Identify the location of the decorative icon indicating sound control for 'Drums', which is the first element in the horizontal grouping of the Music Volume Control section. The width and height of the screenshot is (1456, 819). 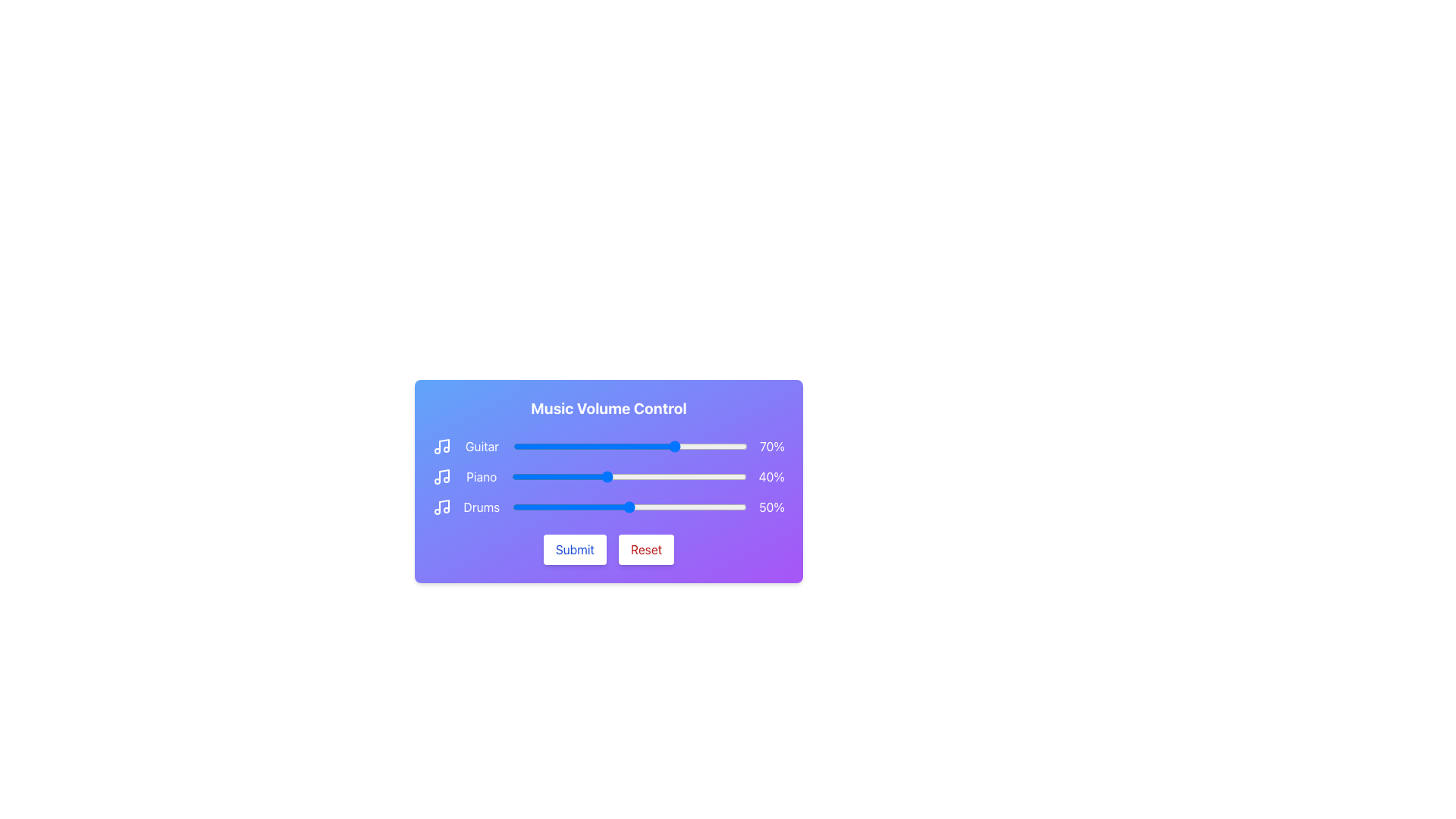
(441, 507).